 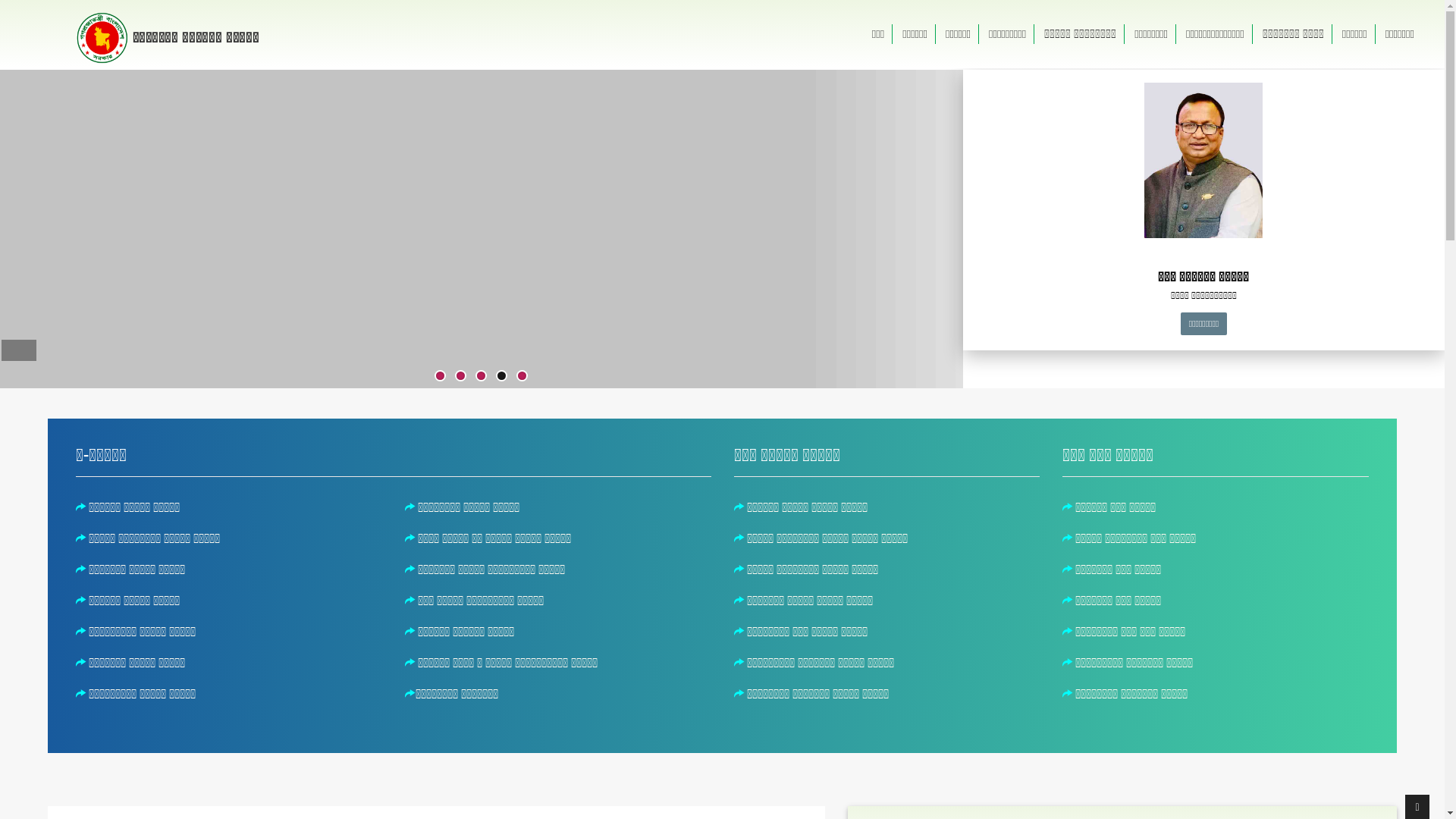 I want to click on '1', so click(x=439, y=375).